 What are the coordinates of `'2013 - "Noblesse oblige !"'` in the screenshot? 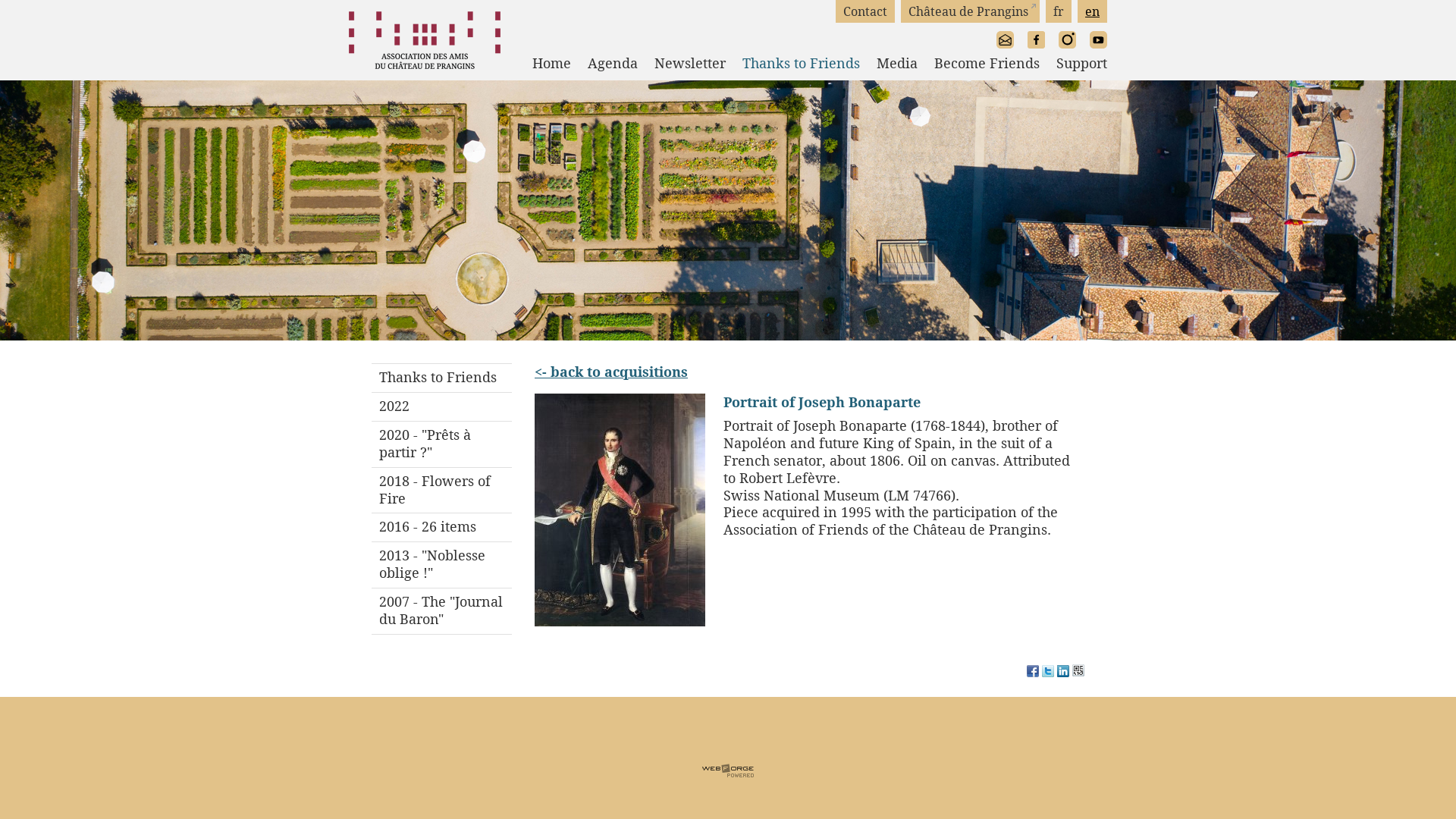 It's located at (441, 564).